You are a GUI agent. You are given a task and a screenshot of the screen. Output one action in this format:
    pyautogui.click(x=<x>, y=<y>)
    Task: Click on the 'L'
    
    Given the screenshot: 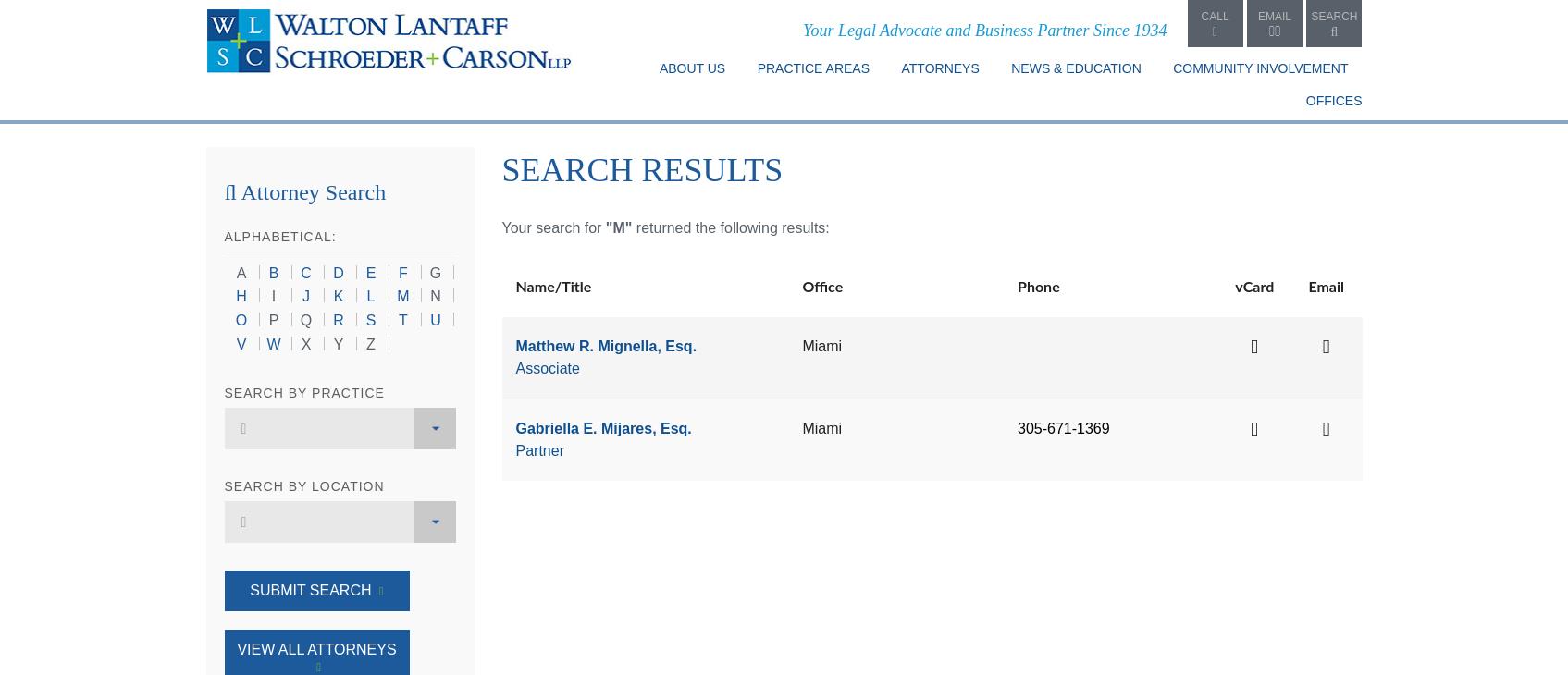 What is the action you would take?
    pyautogui.click(x=370, y=296)
    